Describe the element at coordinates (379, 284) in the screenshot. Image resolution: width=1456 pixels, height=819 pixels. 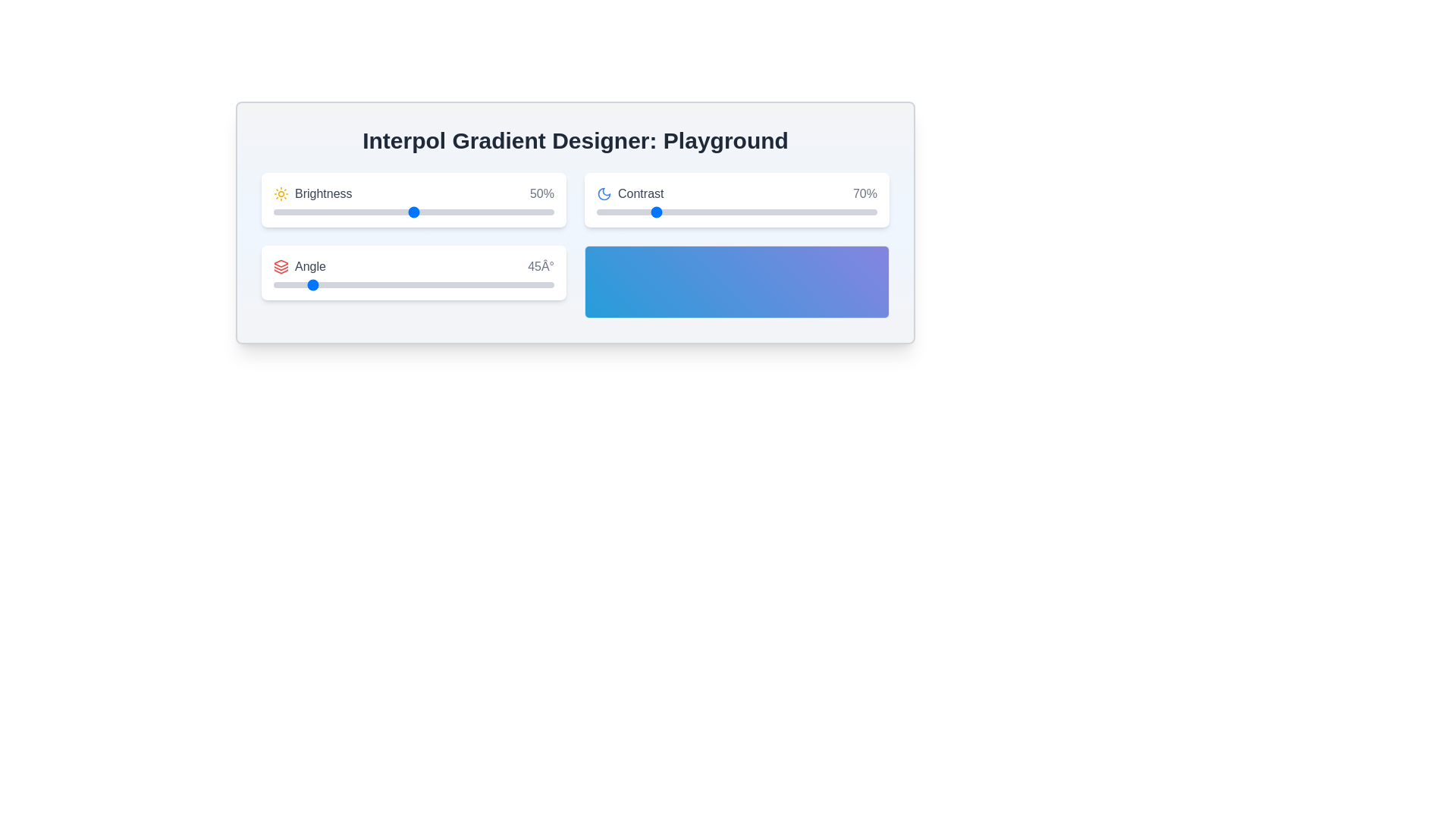
I see `the angle slider` at that location.